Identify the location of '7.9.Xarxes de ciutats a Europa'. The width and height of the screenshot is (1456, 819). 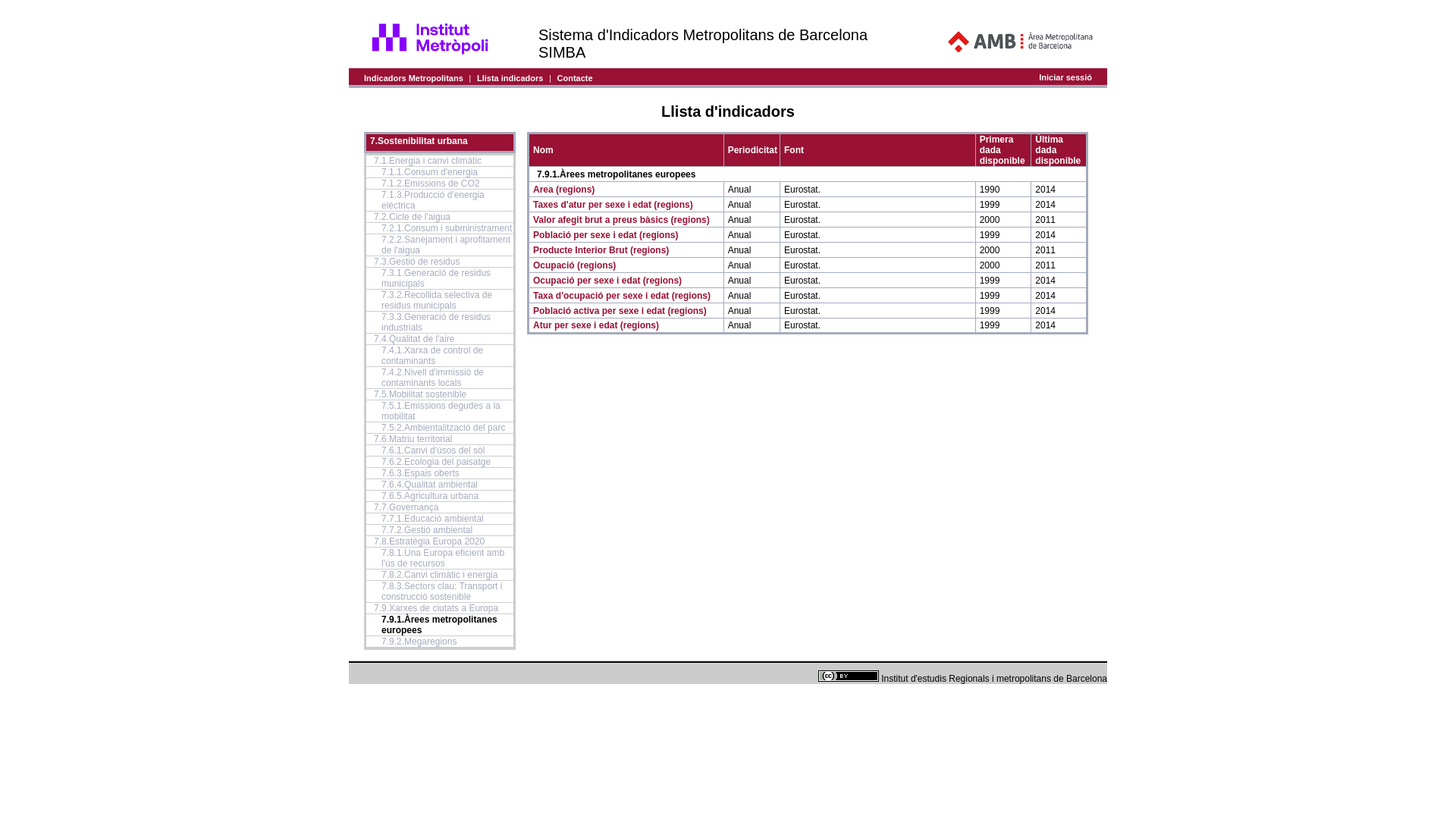
(435, 607).